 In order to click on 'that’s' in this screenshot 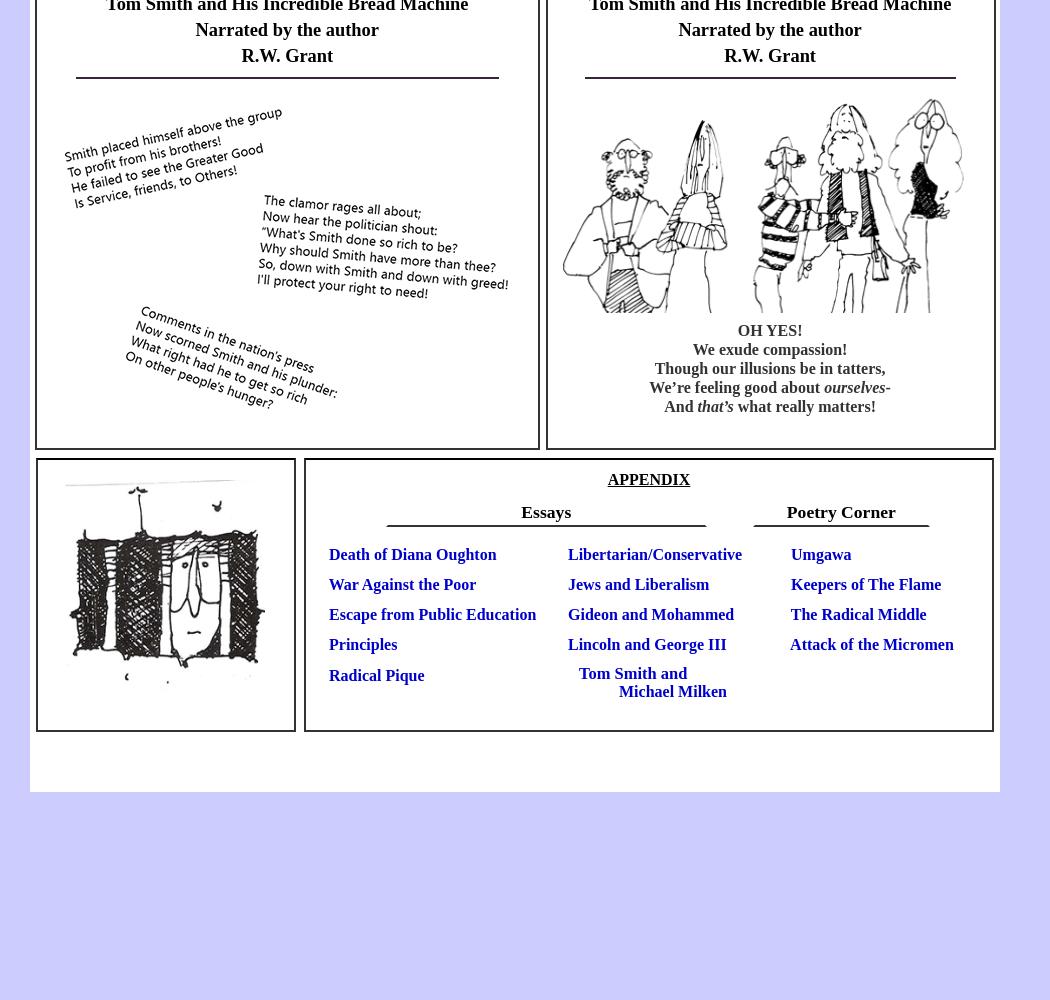, I will do `click(696, 406)`.